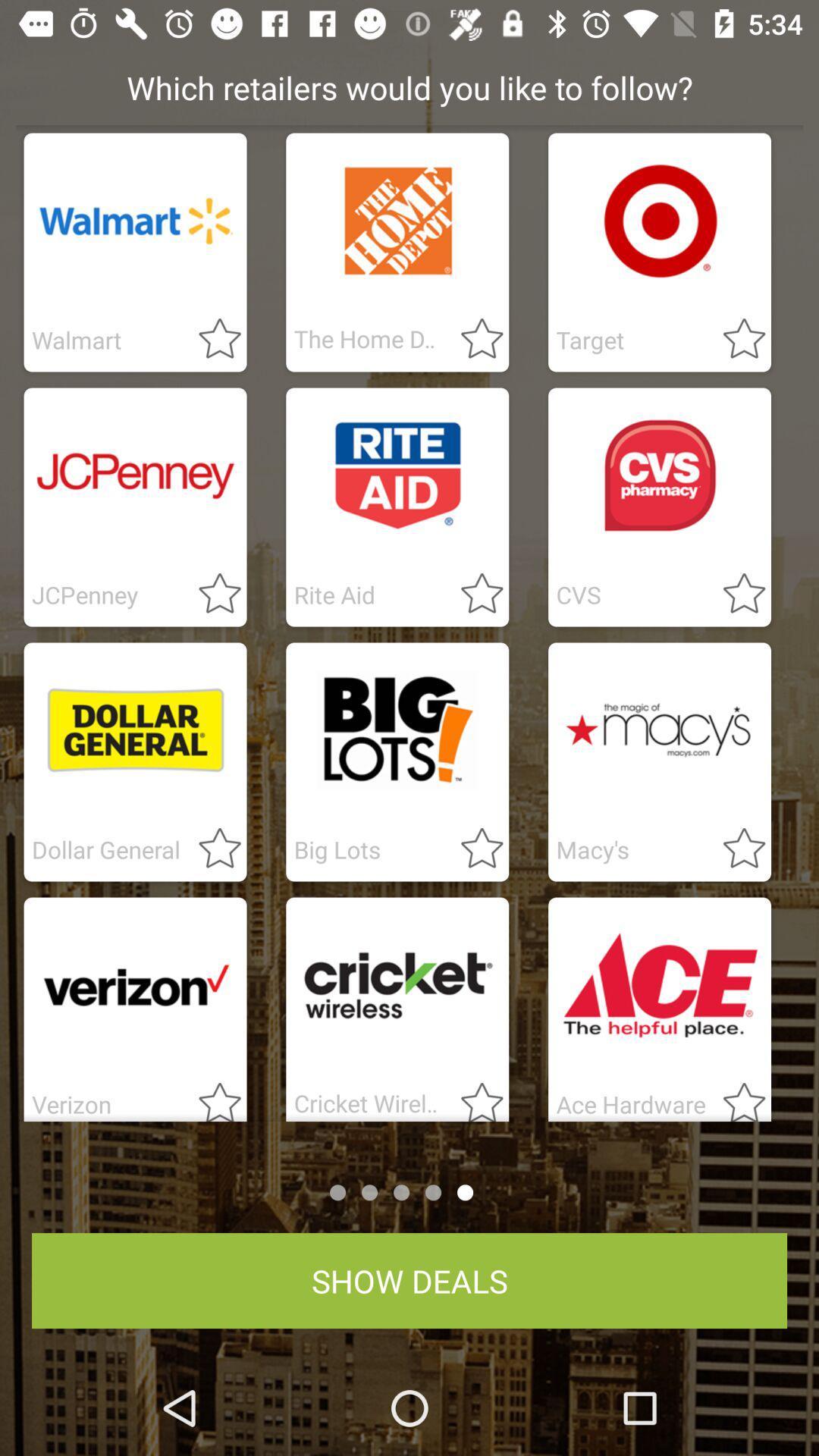  Describe the element at coordinates (734, 594) in the screenshot. I see `rate star` at that location.